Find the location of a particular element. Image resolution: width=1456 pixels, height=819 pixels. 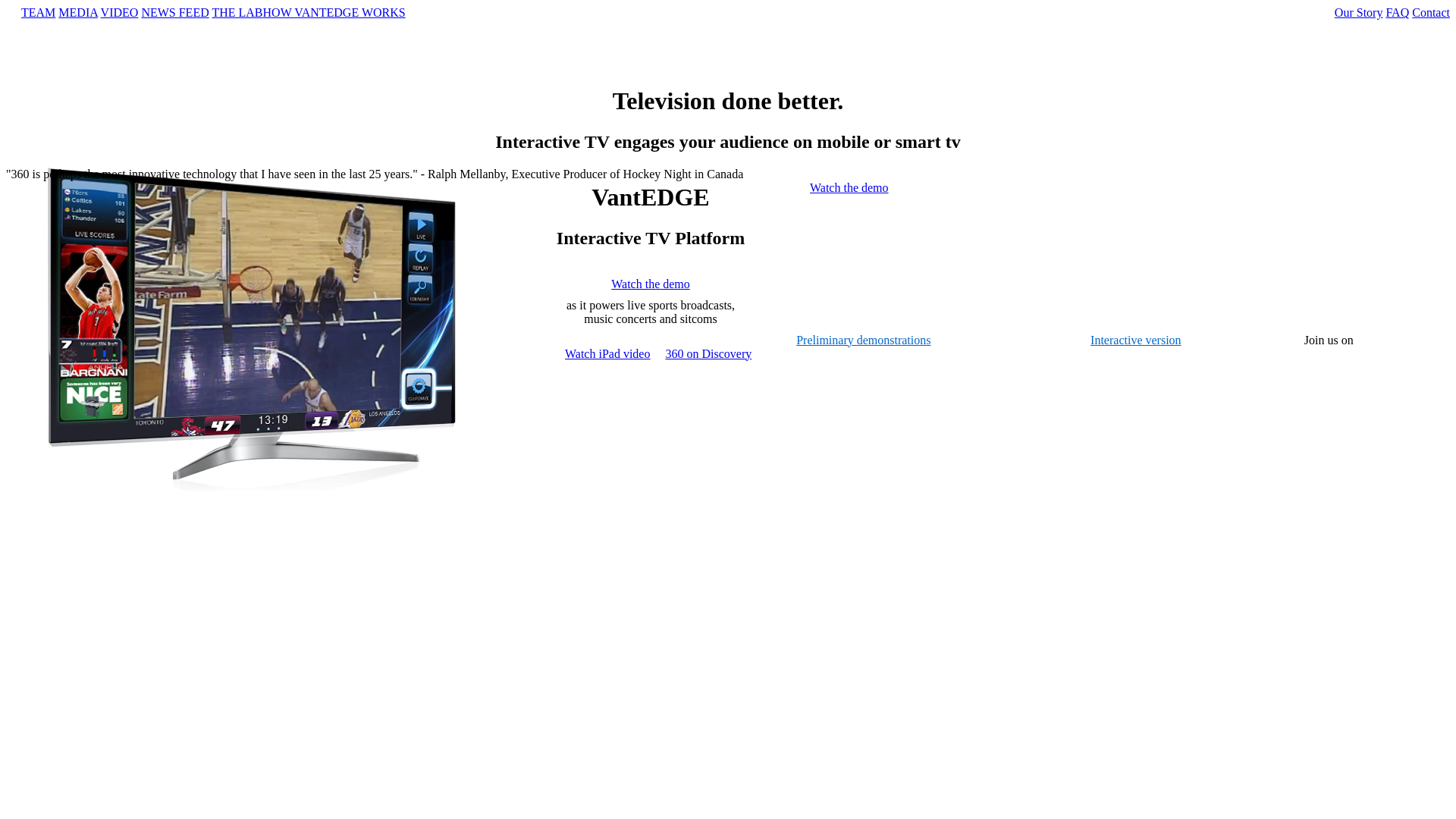

'Our Story' is located at coordinates (1358, 12).